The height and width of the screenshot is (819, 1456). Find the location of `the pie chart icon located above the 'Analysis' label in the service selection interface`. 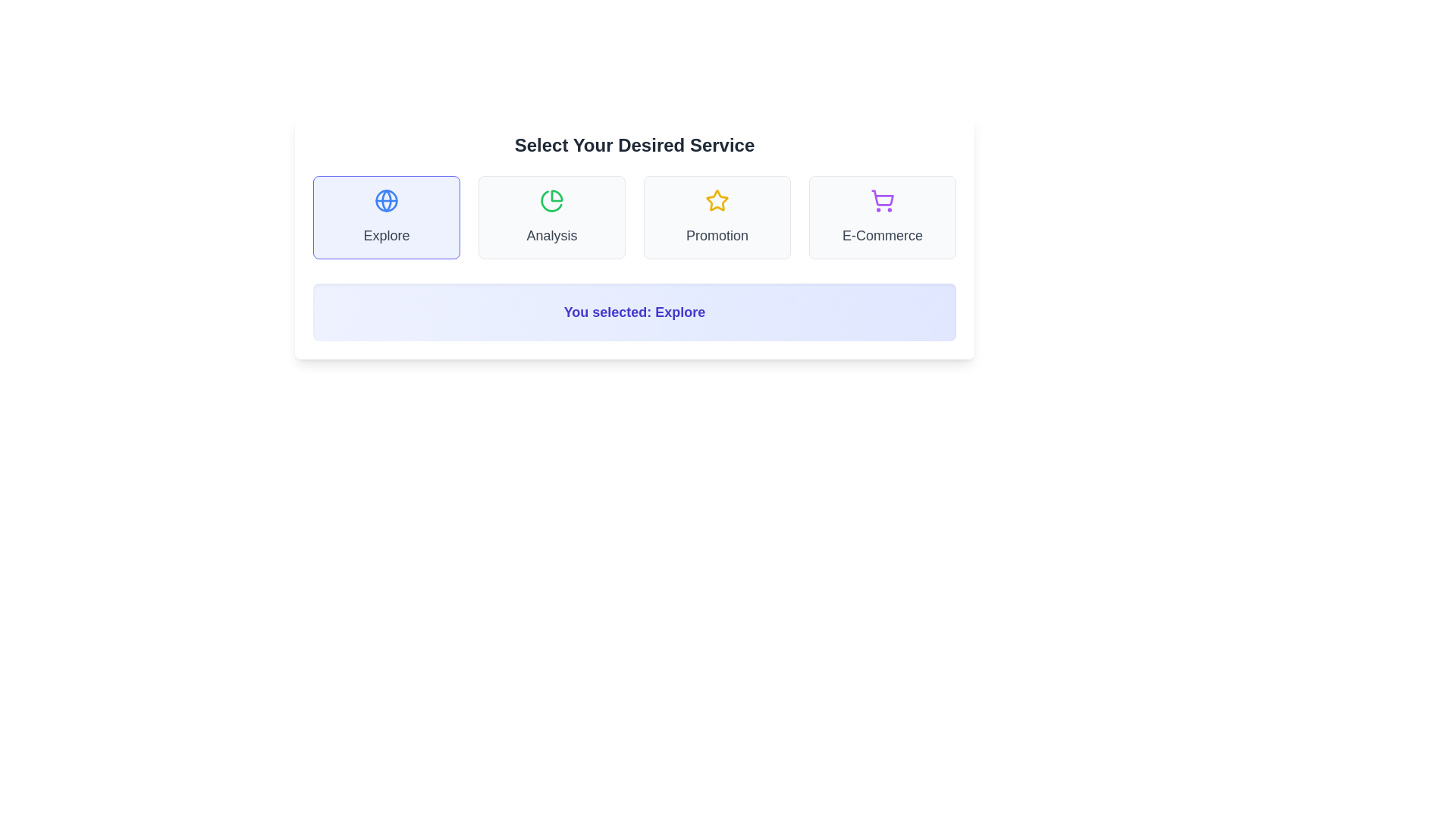

the pie chart icon located above the 'Analysis' label in the service selection interface is located at coordinates (551, 200).